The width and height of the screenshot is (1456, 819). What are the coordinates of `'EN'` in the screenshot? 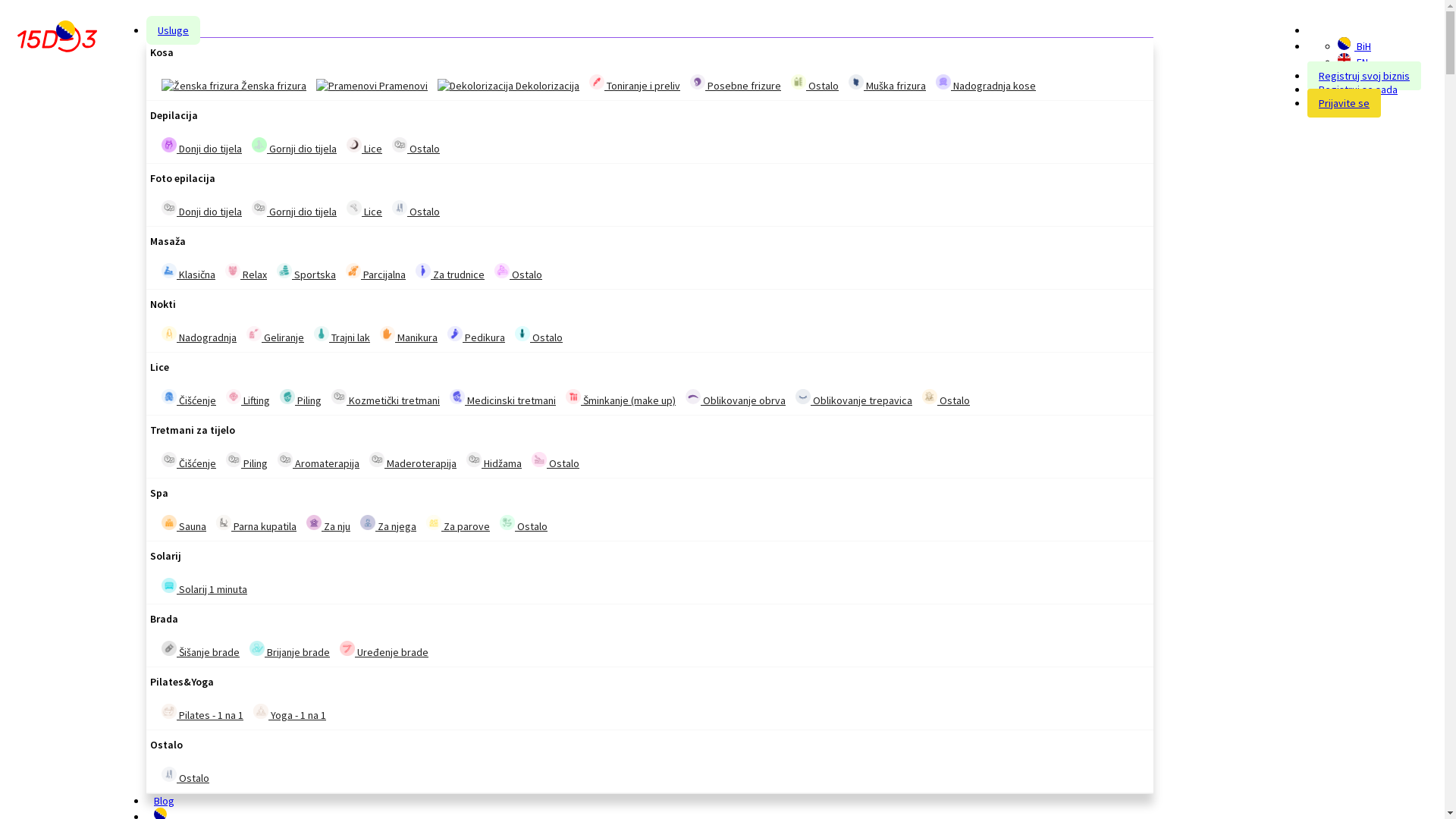 It's located at (1344, 58).